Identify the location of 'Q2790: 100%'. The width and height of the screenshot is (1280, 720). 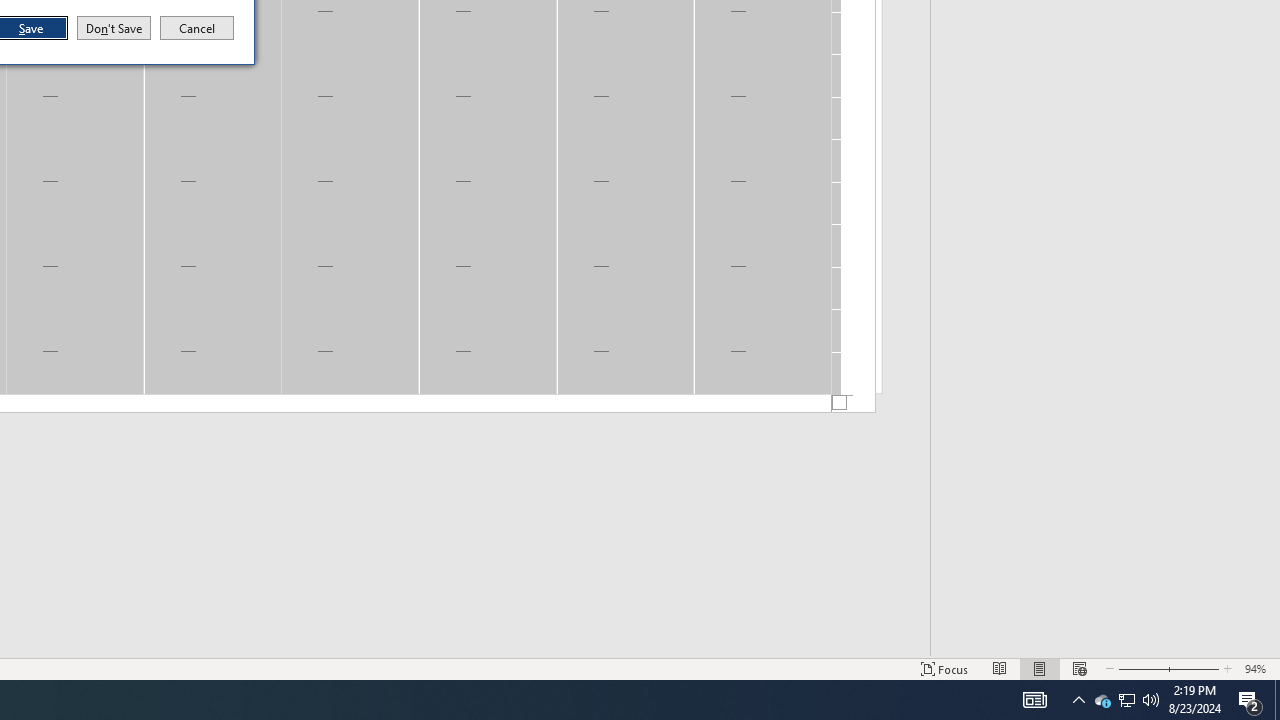
(1151, 698).